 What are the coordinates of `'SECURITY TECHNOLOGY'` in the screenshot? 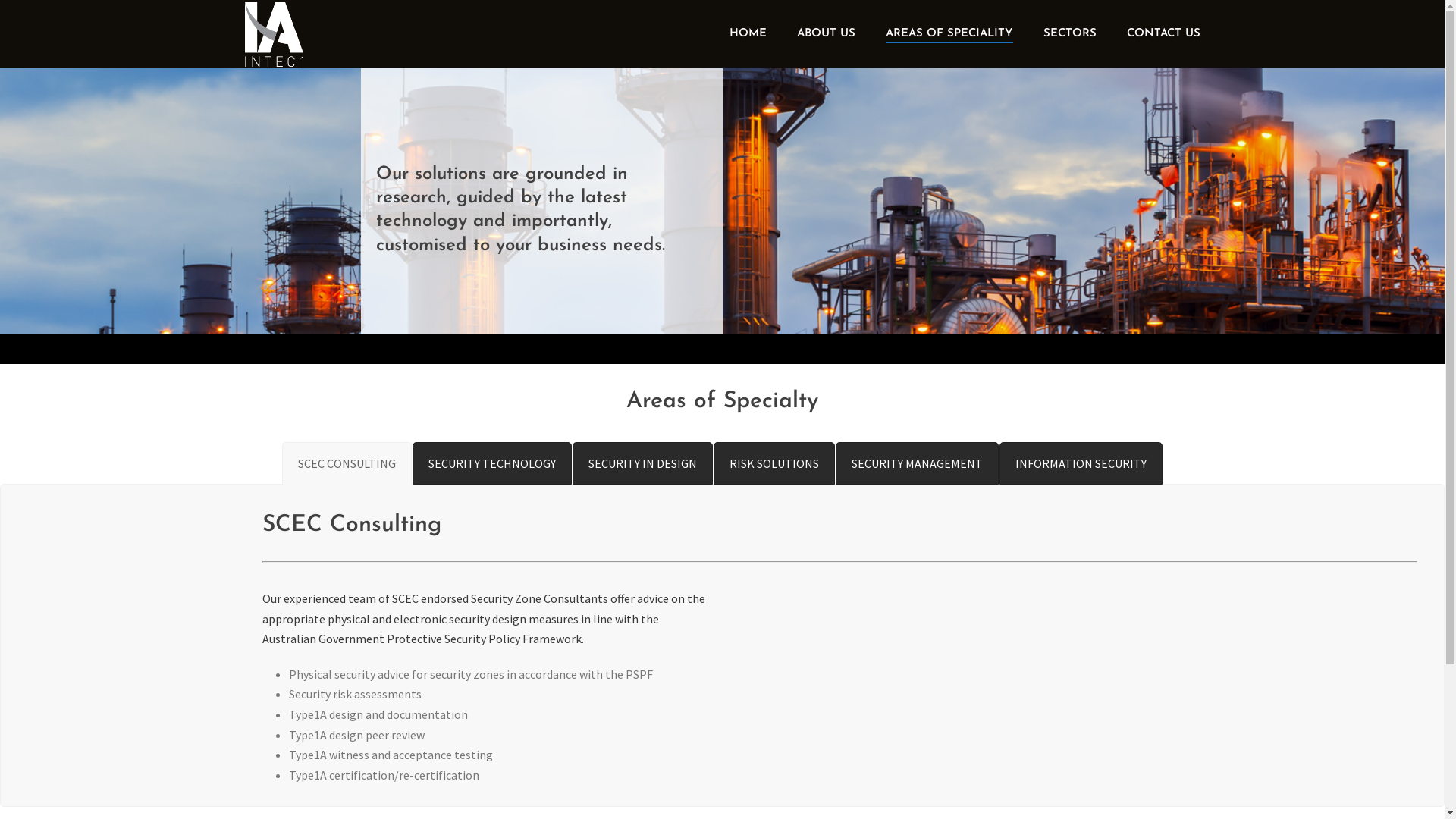 It's located at (412, 463).